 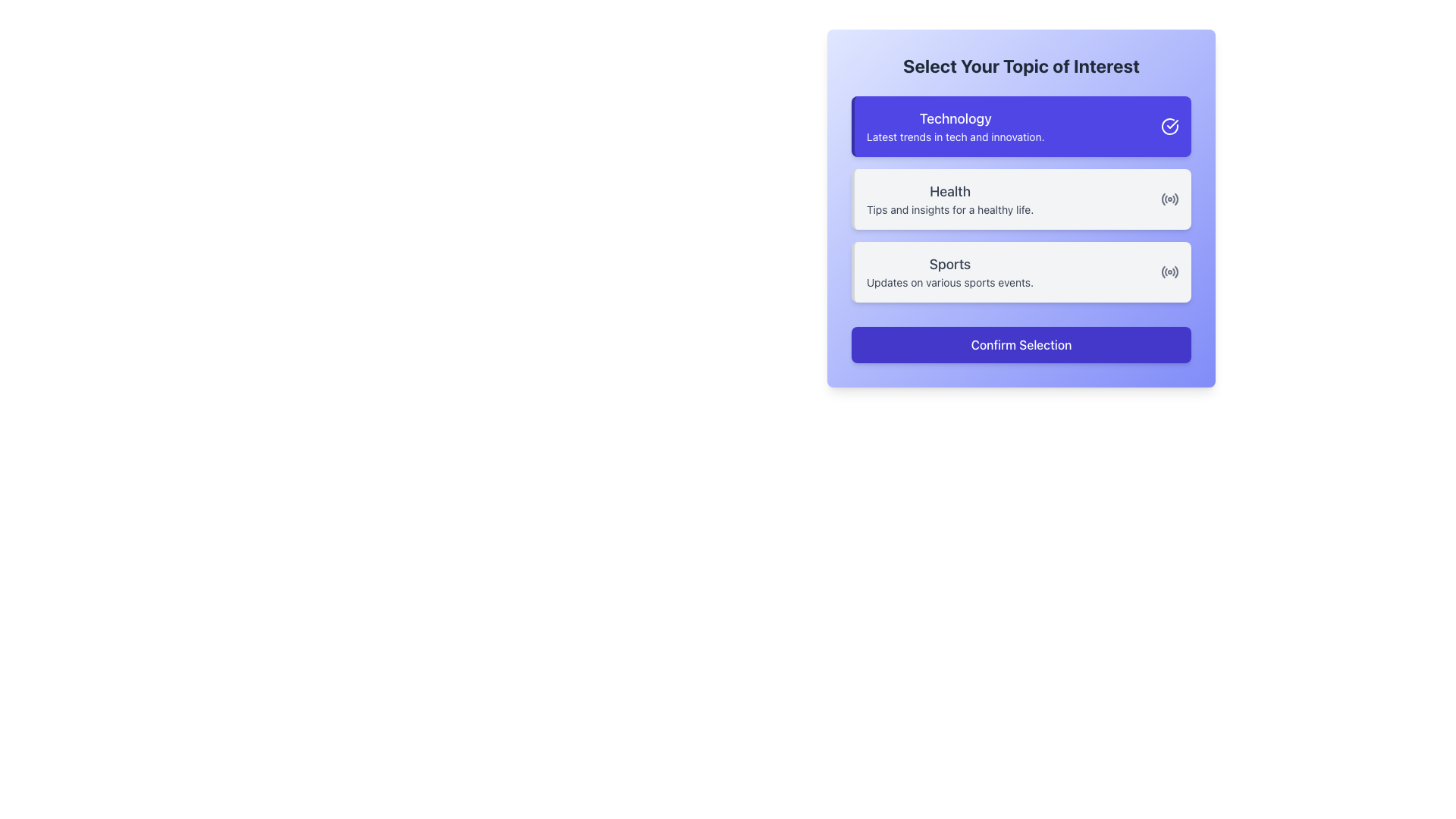 What do you see at coordinates (955, 118) in the screenshot?
I see `the text label that reads 'Technology', which is styled in white on a purple background and is positioned at the top of the card` at bounding box center [955, 118].